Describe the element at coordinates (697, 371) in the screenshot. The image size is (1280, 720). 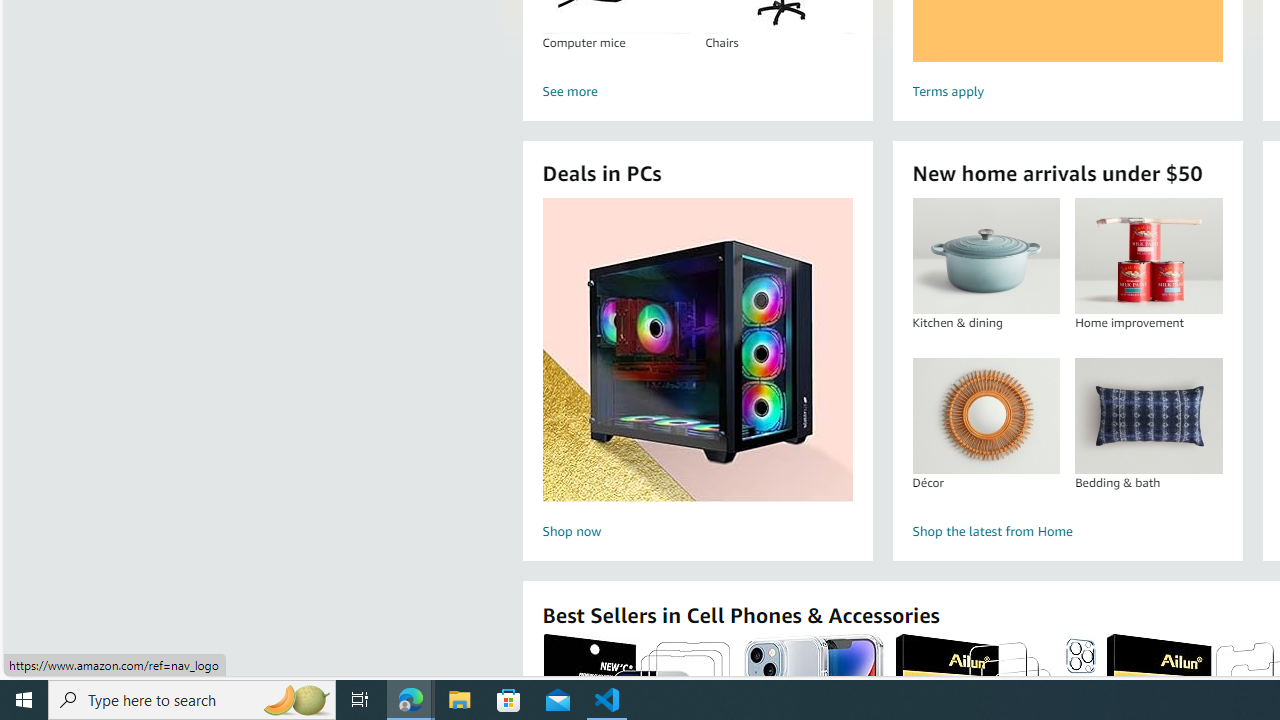
I see `'Deals in PCs Shop now'` at that location.